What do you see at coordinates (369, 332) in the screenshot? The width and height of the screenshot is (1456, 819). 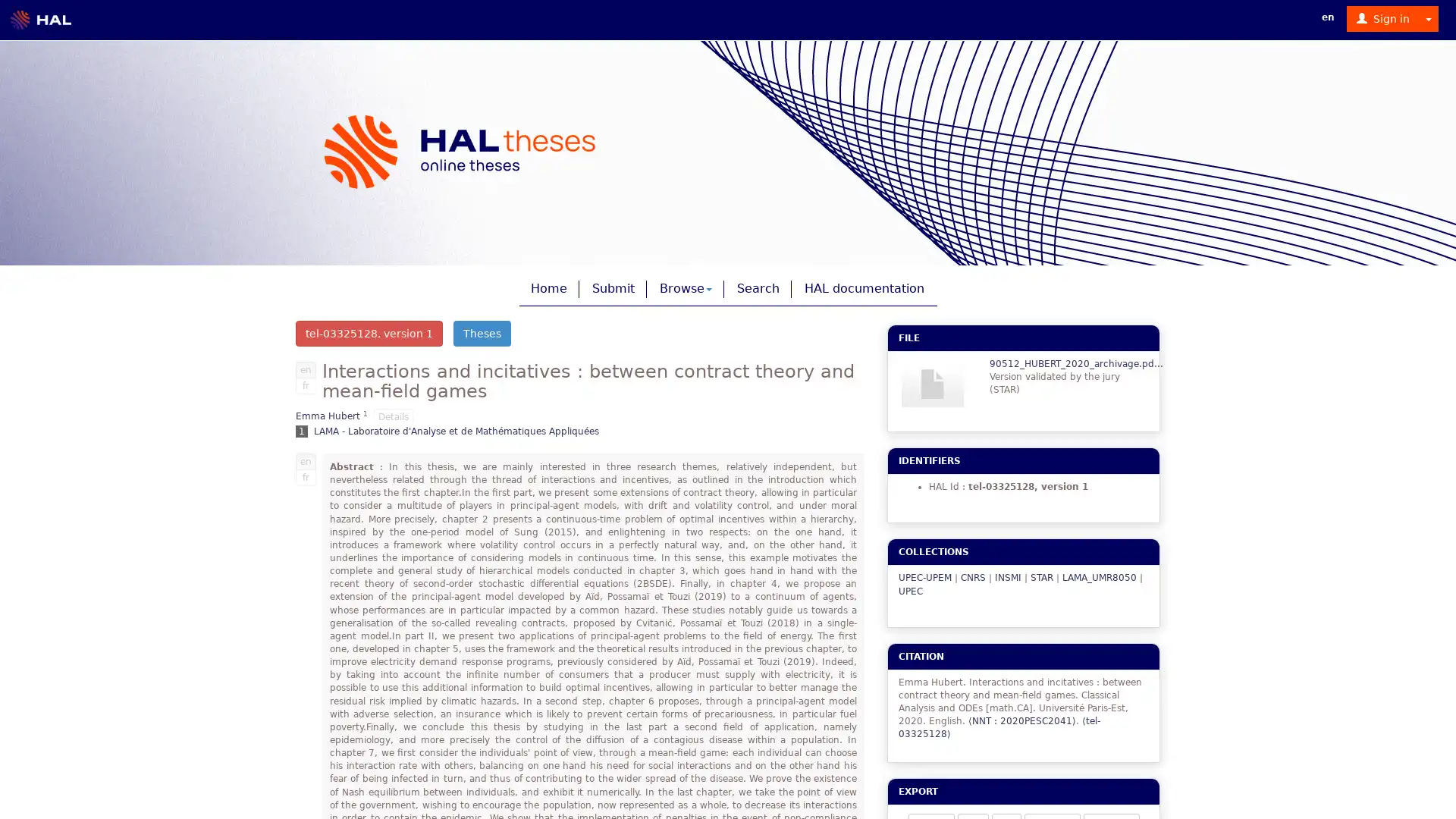 I see `tel-03325128, version 1` at bounding box center [369, 332].